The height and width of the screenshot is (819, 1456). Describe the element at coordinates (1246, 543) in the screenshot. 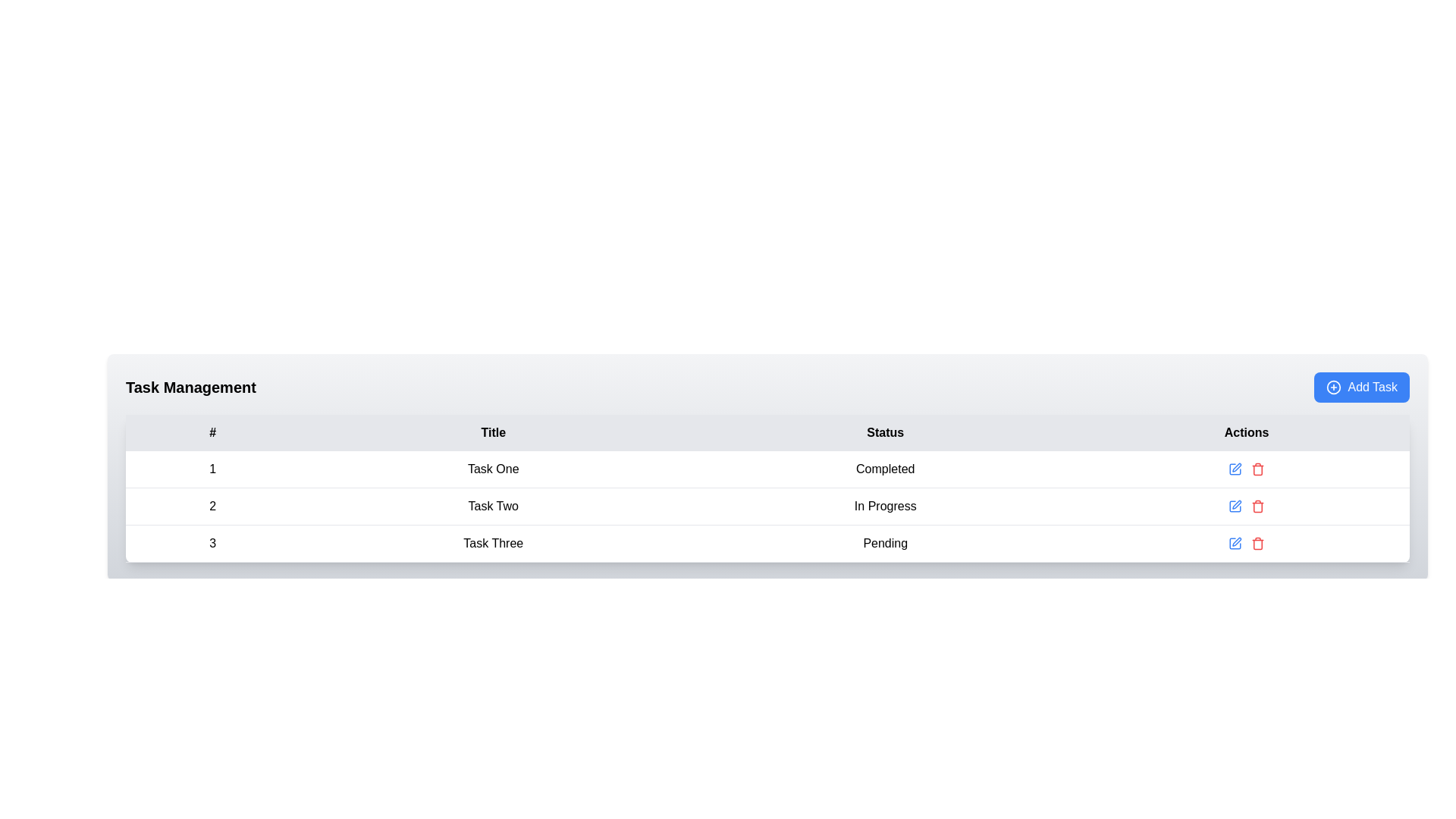

I see `the blue pen icon in the Action Control Group located in the 'Actions' column of the third row of the task management table to initiate an action` at that location.